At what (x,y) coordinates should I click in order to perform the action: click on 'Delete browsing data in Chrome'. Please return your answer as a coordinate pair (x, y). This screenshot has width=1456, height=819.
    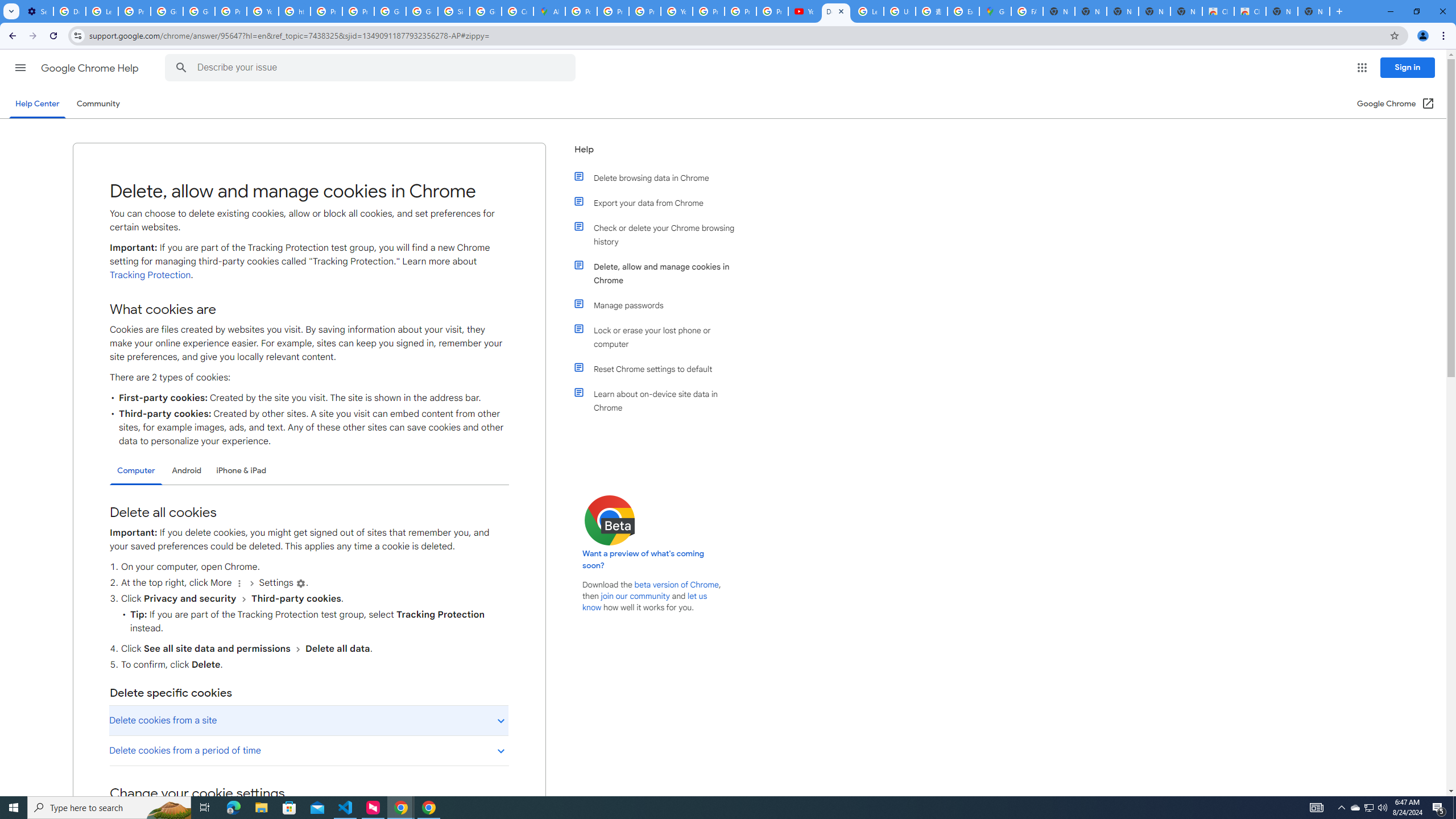
    Looking at the image, I should click on (661, 178).